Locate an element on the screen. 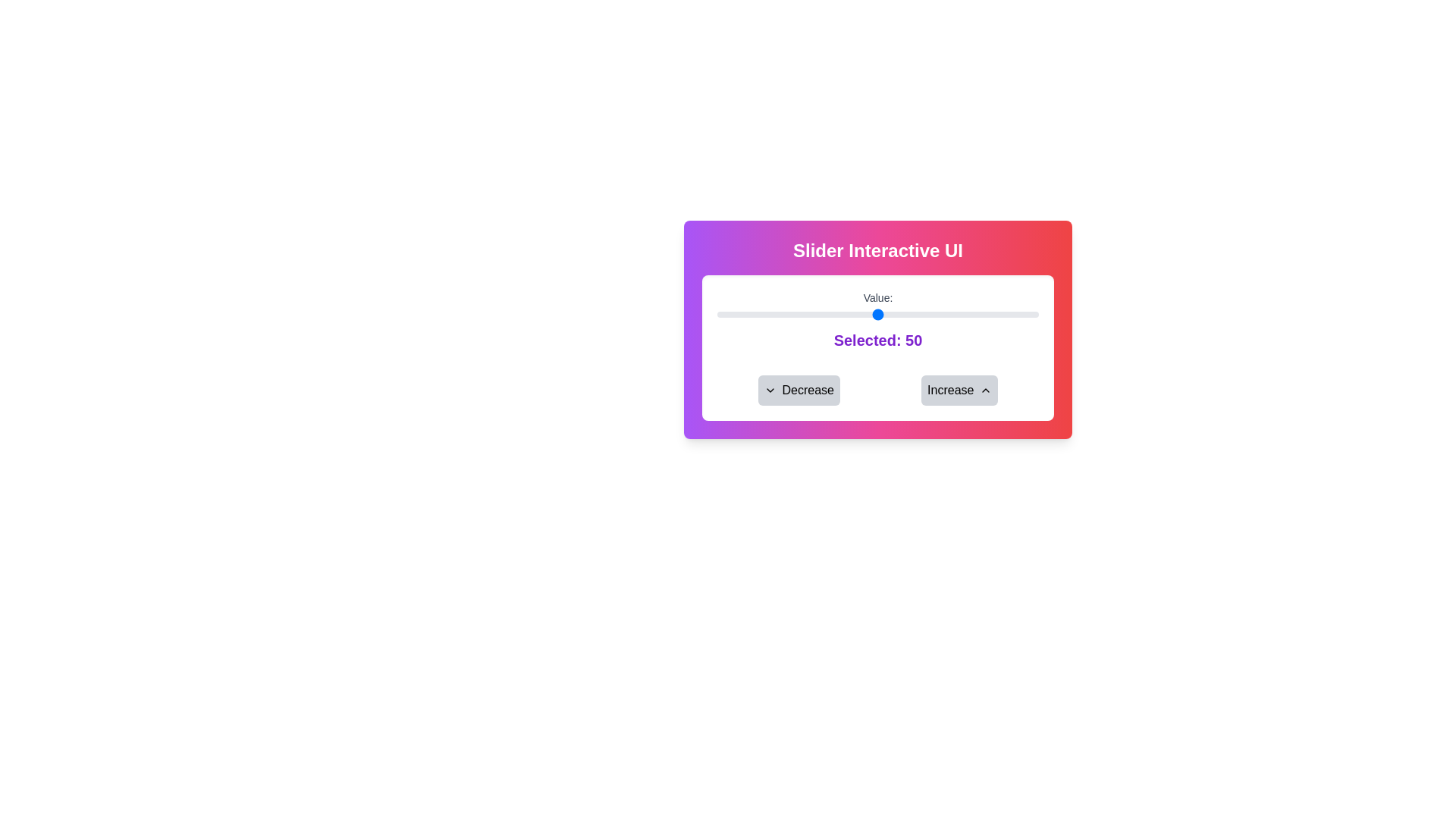 This screenshot has width=1456, height=819. slider value is located at coordinates (861, 314).